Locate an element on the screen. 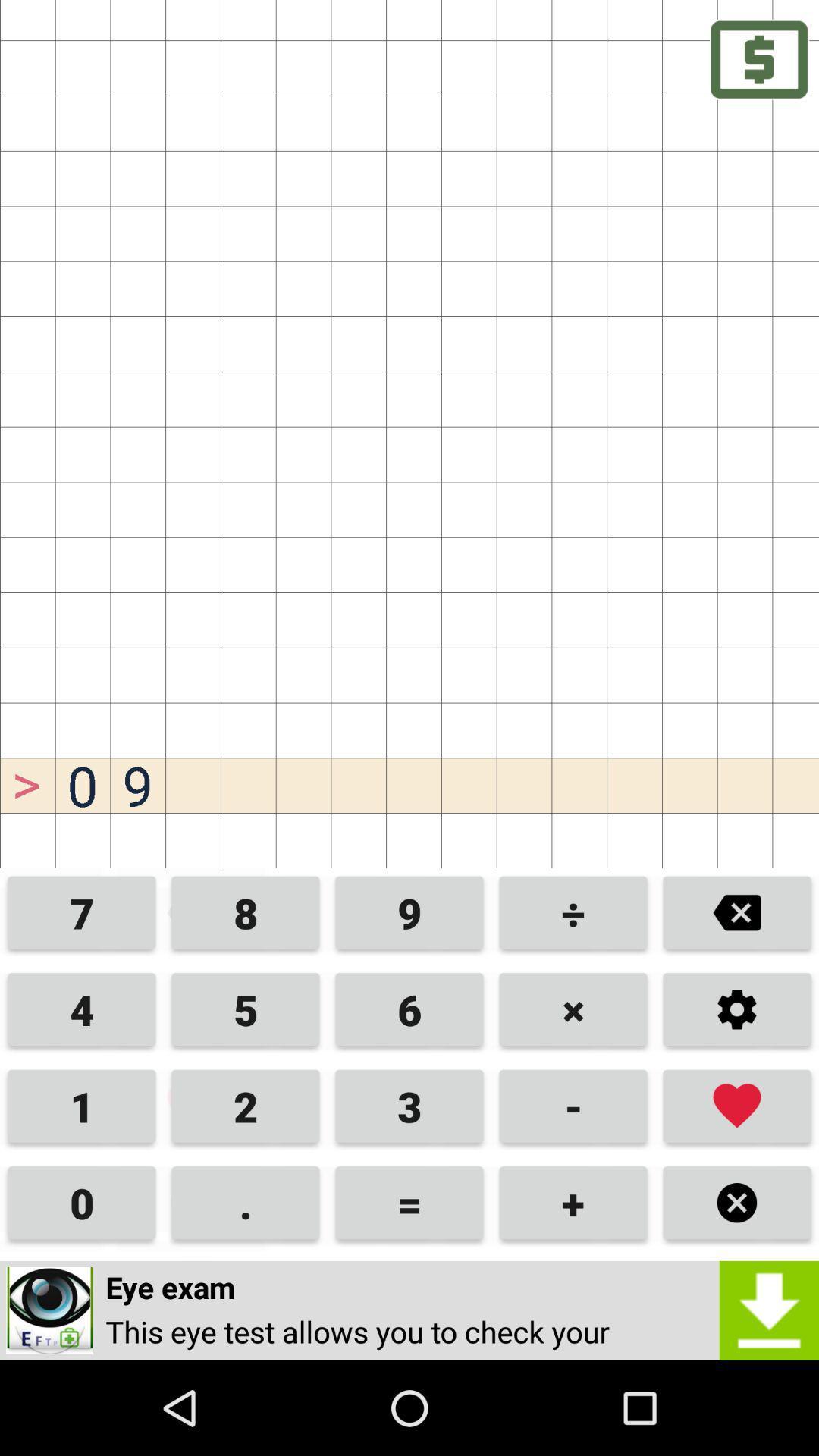 The image size is (819, 1456). delete previous number is located at coordinates (736, 913).